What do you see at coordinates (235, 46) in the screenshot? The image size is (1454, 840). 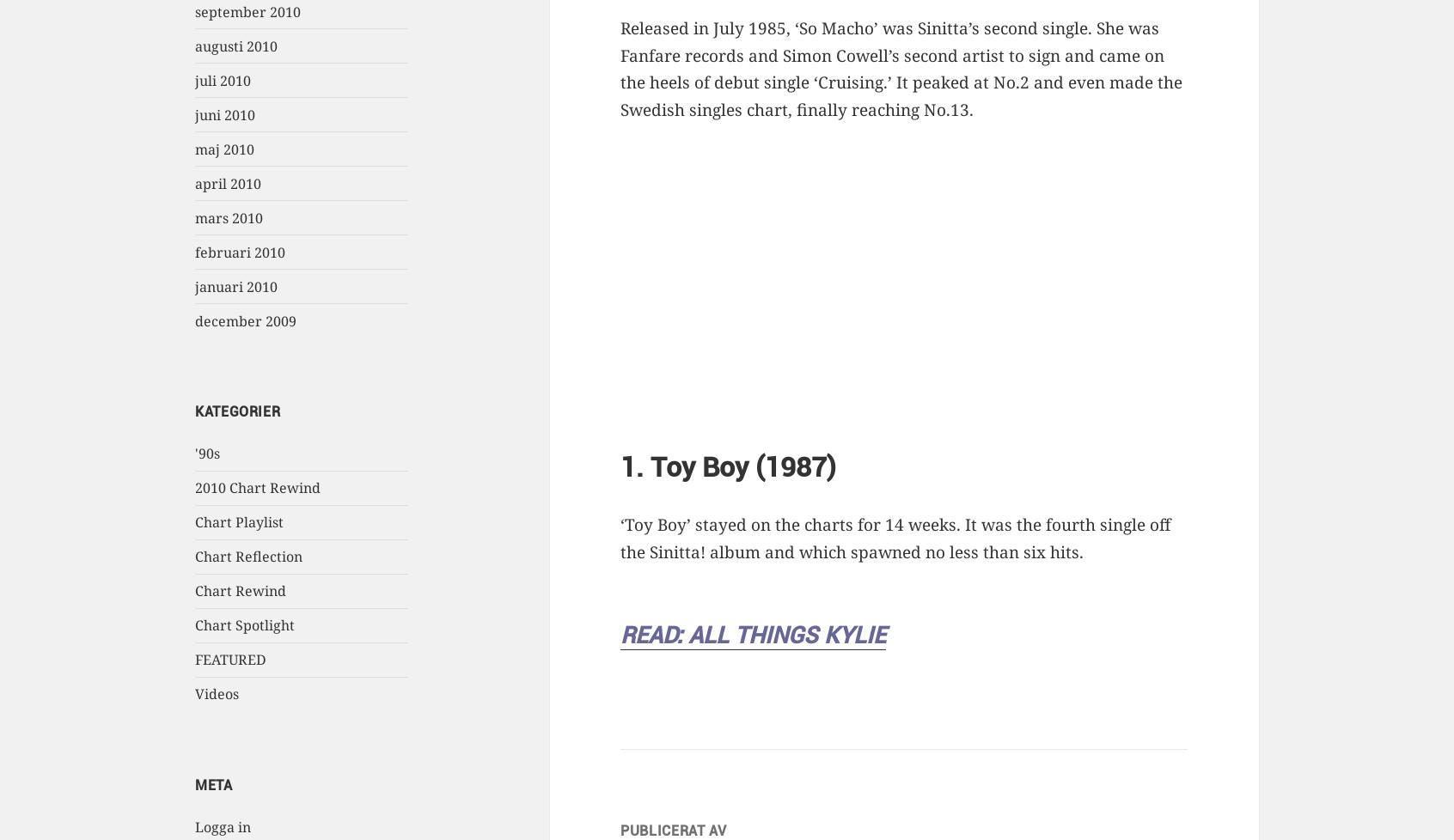 I see `'augusti 2010'` at bounding box center [235, 46].